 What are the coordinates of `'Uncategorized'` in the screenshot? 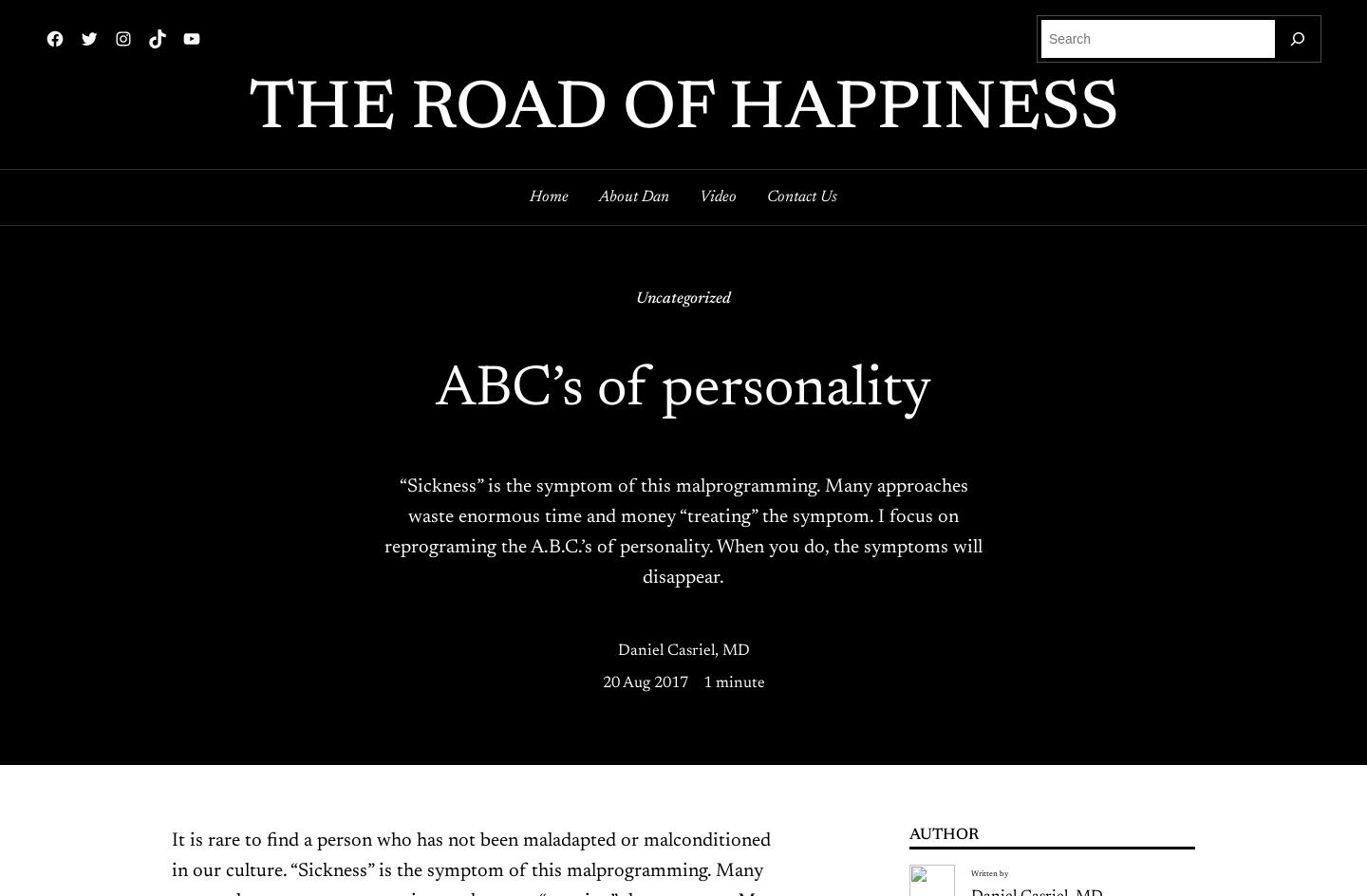 It's located at (683, 298).